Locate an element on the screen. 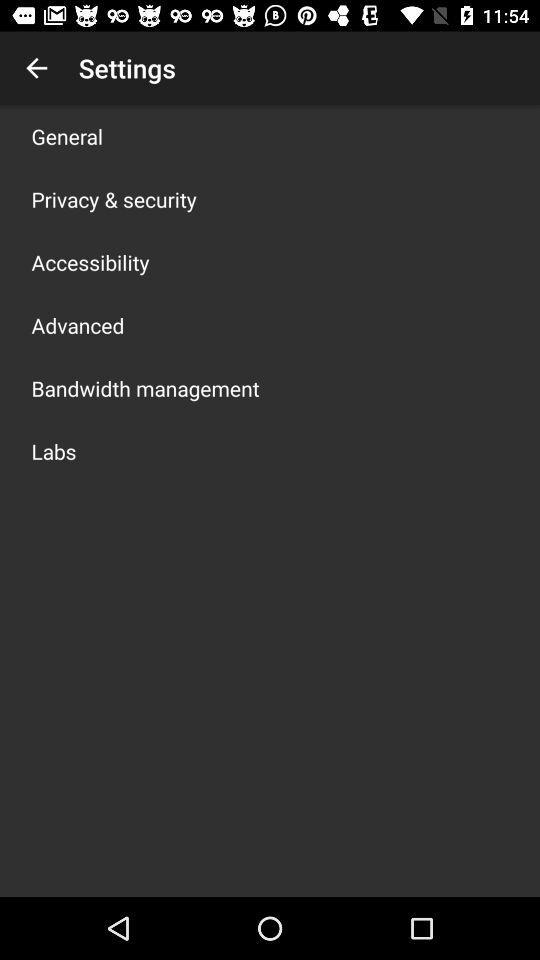  icon to the left of the settings item is located at coordinates (36, 68).